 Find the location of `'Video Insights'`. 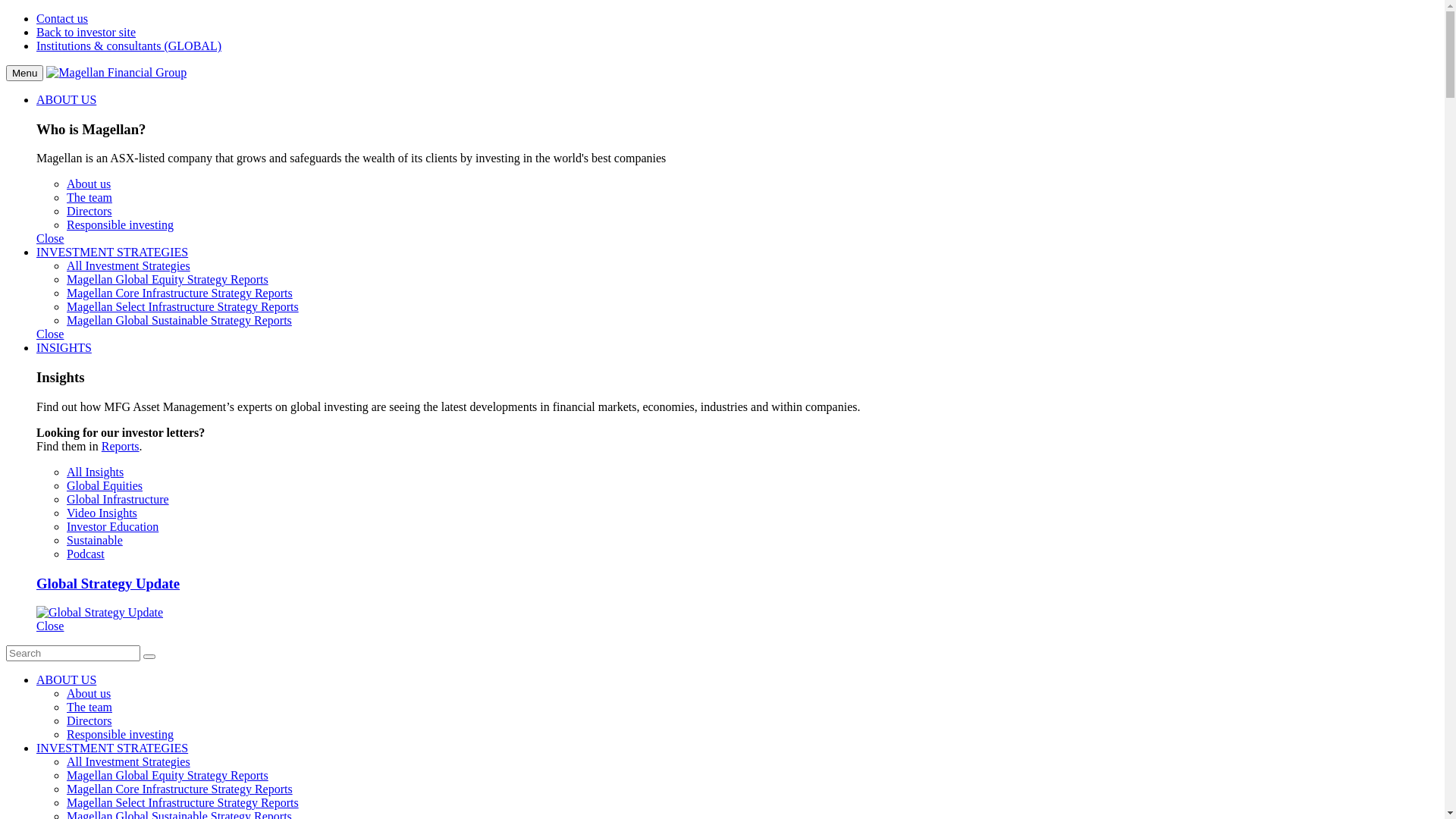

'Video Insights' is located at coordinates (101, 512).